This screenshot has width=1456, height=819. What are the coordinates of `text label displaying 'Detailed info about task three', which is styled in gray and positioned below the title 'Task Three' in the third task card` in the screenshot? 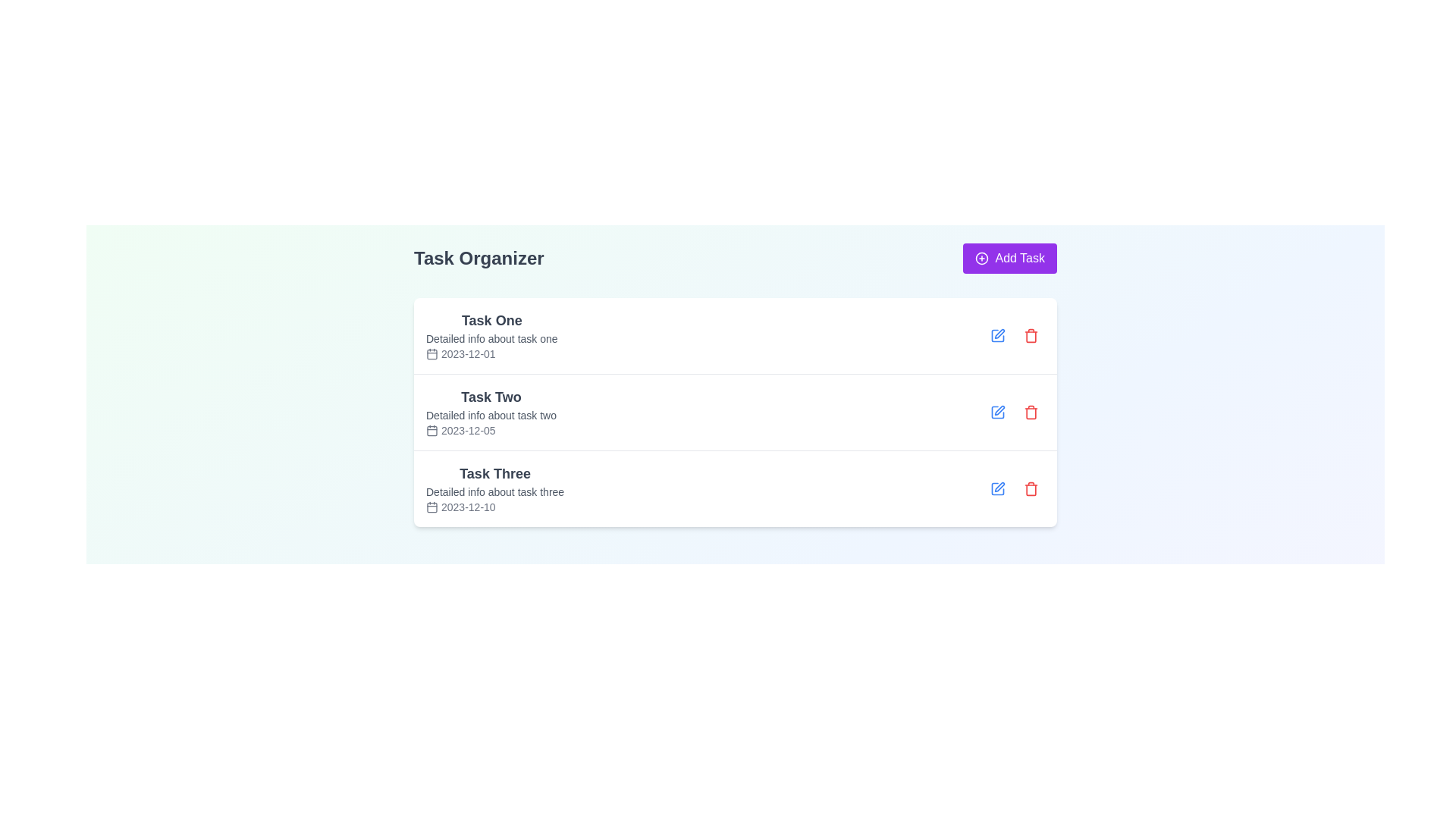 It's located at (494, 491).